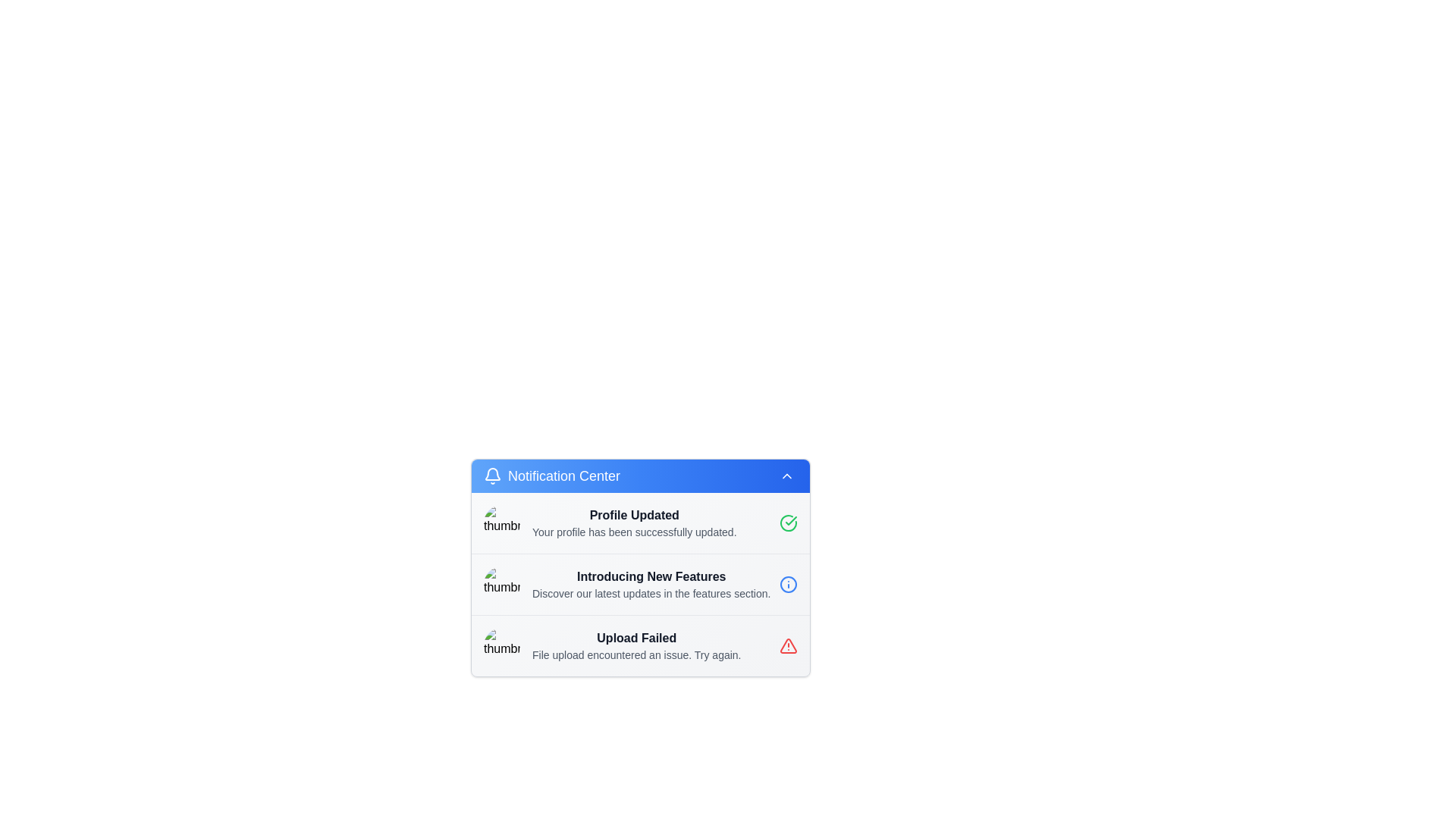 The image size is (1456, 819). I want to click on the text element that provides additional context below the title 'Introducing New Features' in the notification card, so click(651, 593).